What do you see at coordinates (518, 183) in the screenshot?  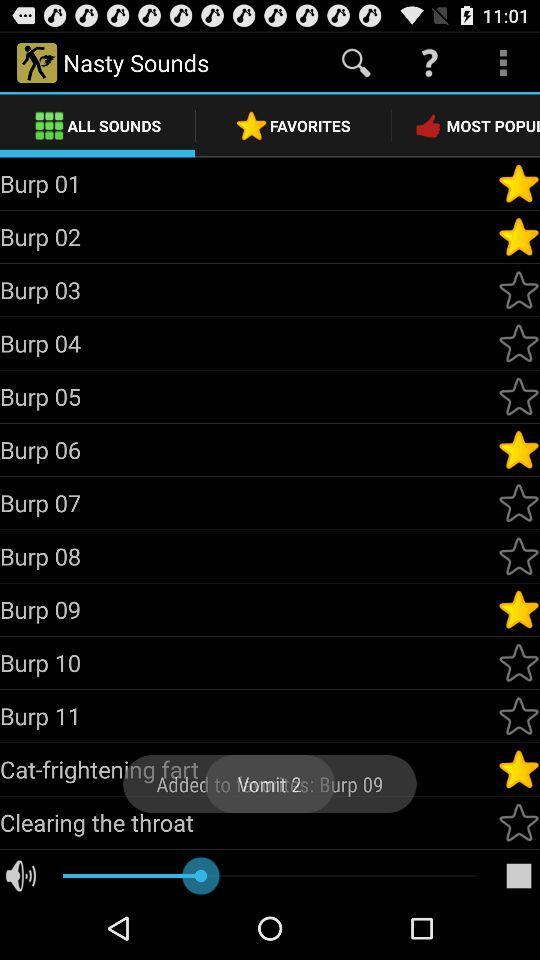 I see `good` at bounding box center [518, 183].